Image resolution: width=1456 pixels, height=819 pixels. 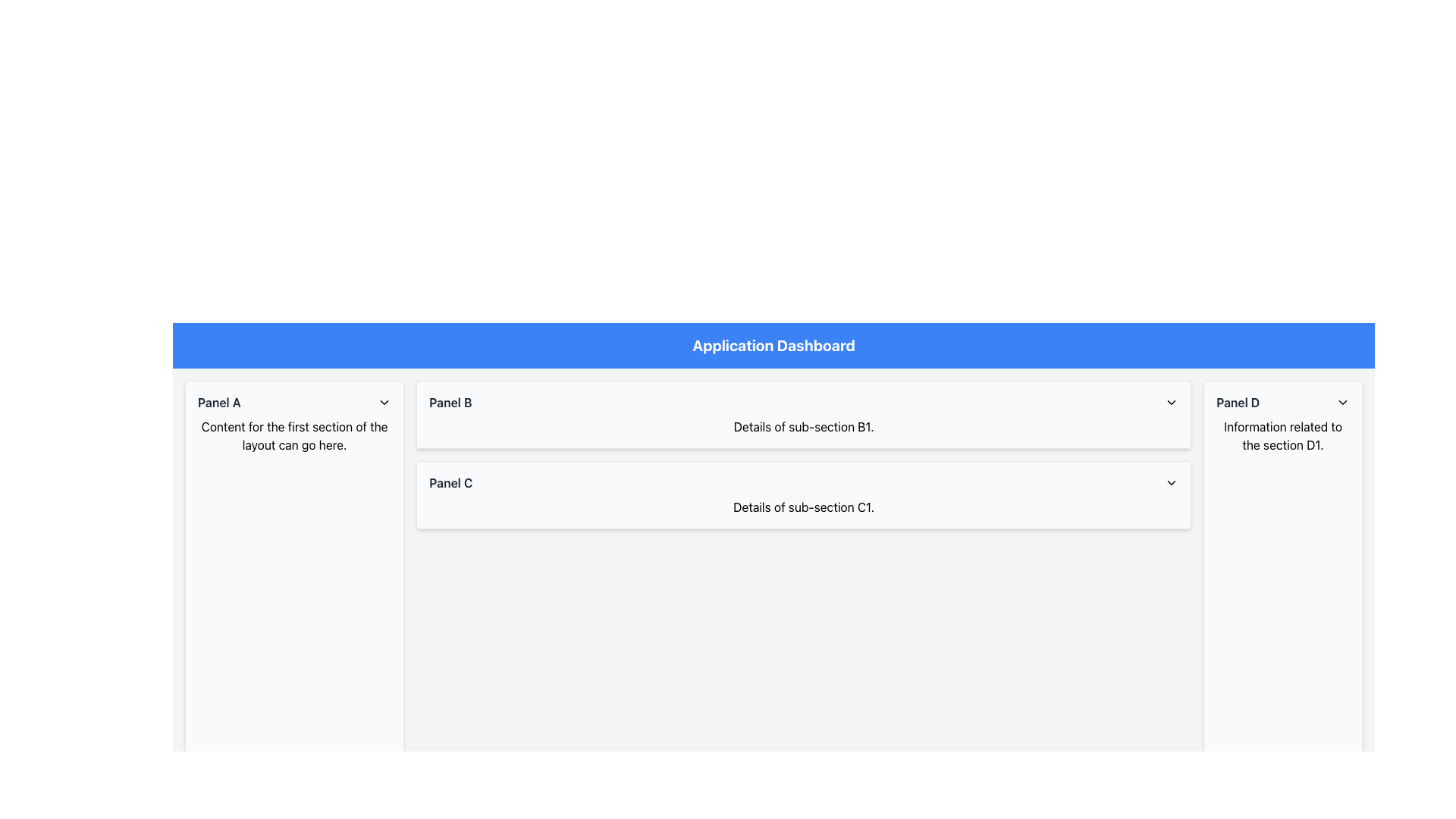 What do you see at coordinates (803, 494) in the screenshot?
I see `the Expandable/Collapsible Panel titled 'Panel C'` at bounding box center [803, 494].